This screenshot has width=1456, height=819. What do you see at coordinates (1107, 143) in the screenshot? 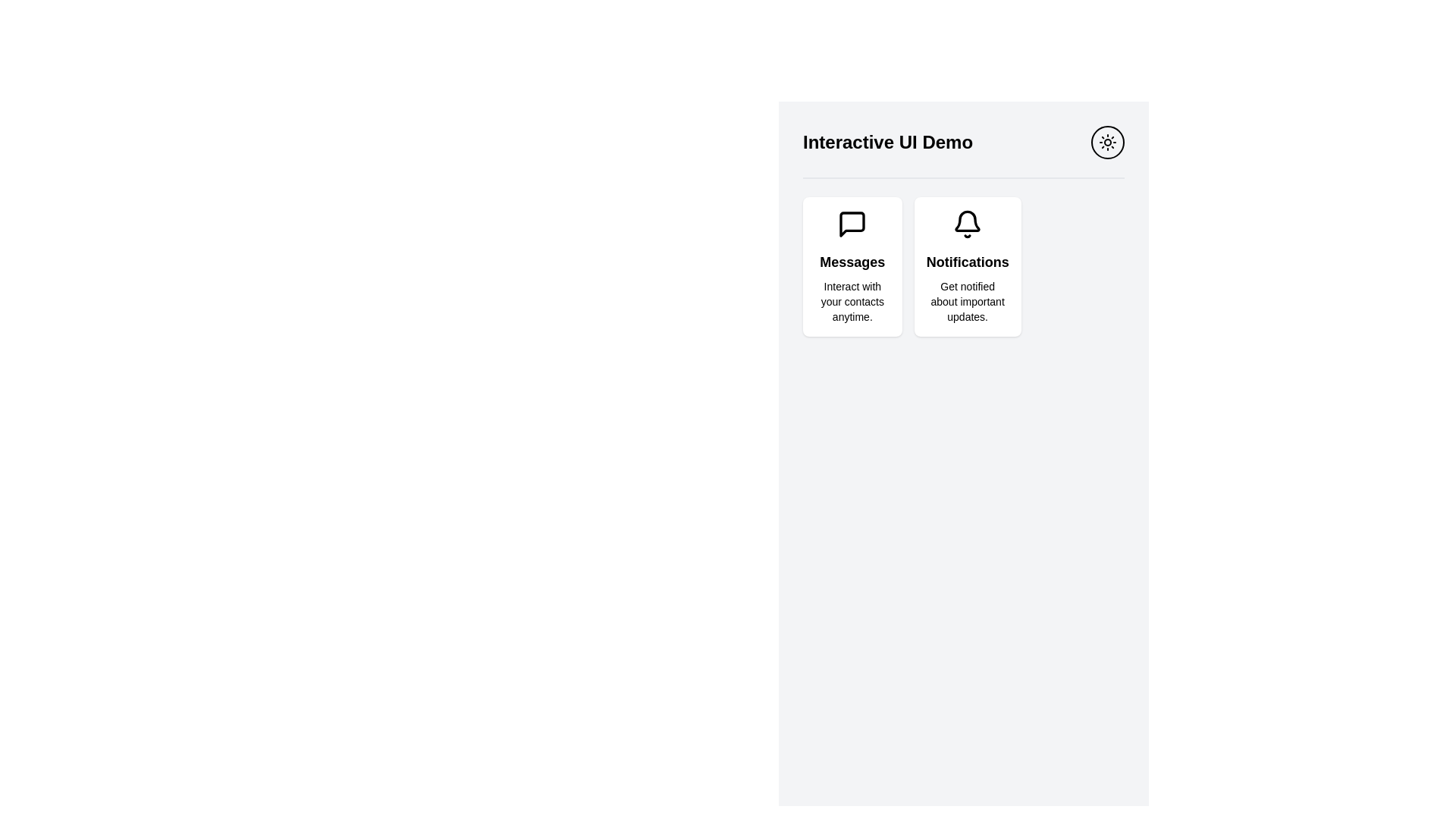
I see `the sun SVG icon located in the top-right circular button next to the 'Interactive UI Demo' title` at bounding box center [1107, 143].